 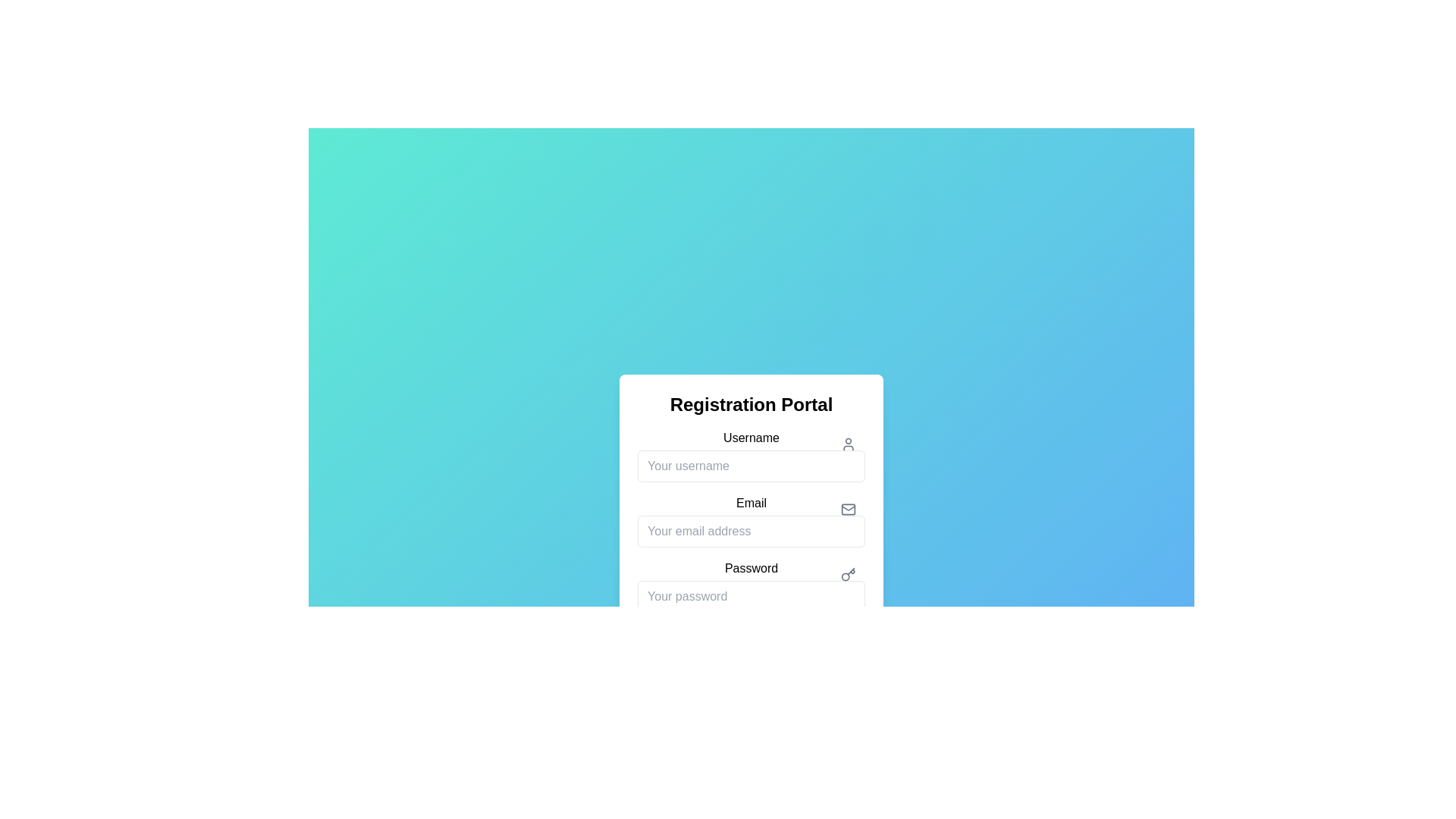 I want to click on the decorative SVG circle element located near the bottom-right section of the key icon, so click(x=845, y=576).